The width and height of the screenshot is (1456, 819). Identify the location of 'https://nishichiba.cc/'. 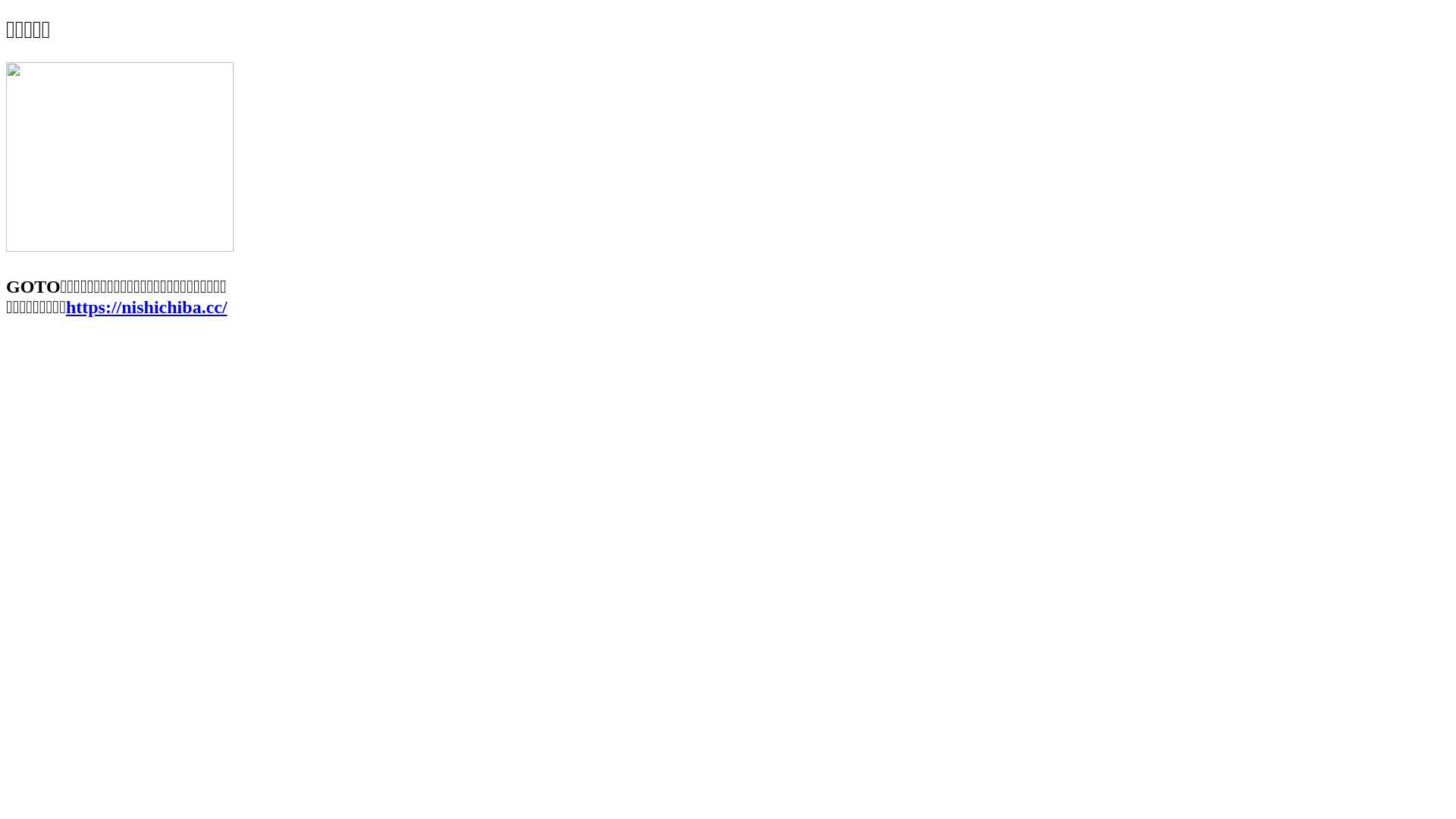
(146, 307).